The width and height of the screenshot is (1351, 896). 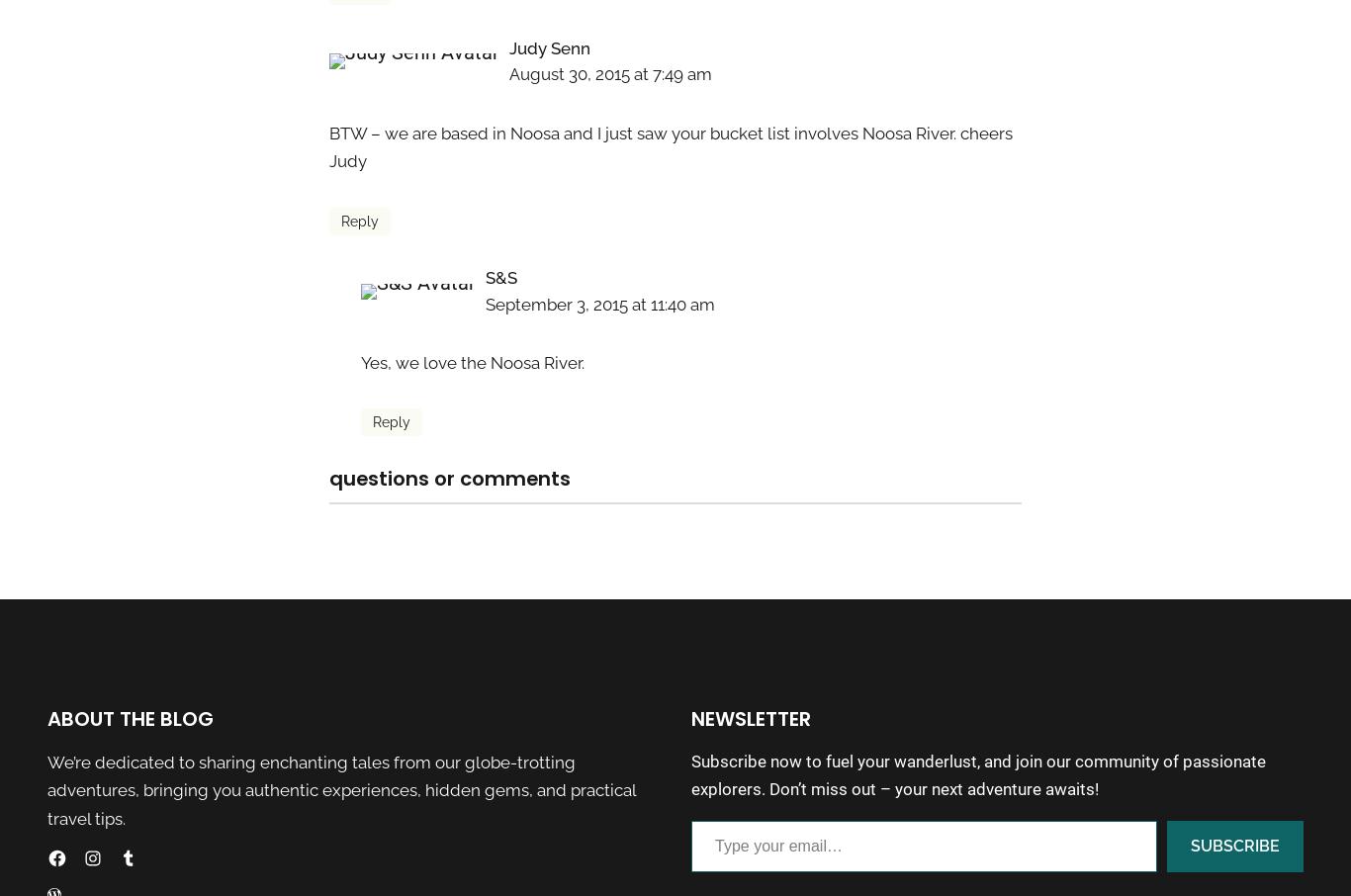 I want to click on 'S&S', so click(x=499, y=277).